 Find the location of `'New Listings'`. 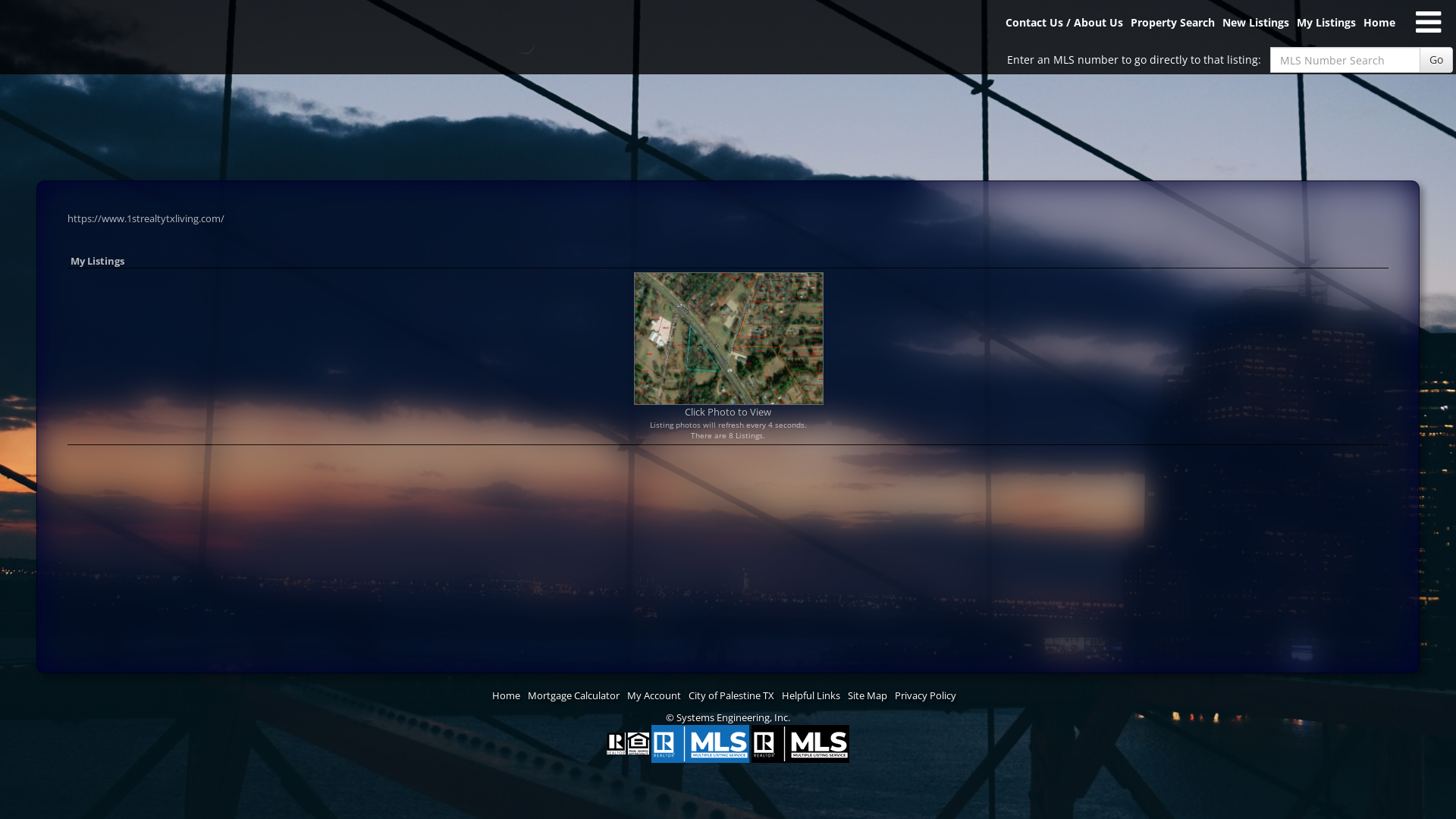

'New Listings' is located at coordinates (1256, 28).